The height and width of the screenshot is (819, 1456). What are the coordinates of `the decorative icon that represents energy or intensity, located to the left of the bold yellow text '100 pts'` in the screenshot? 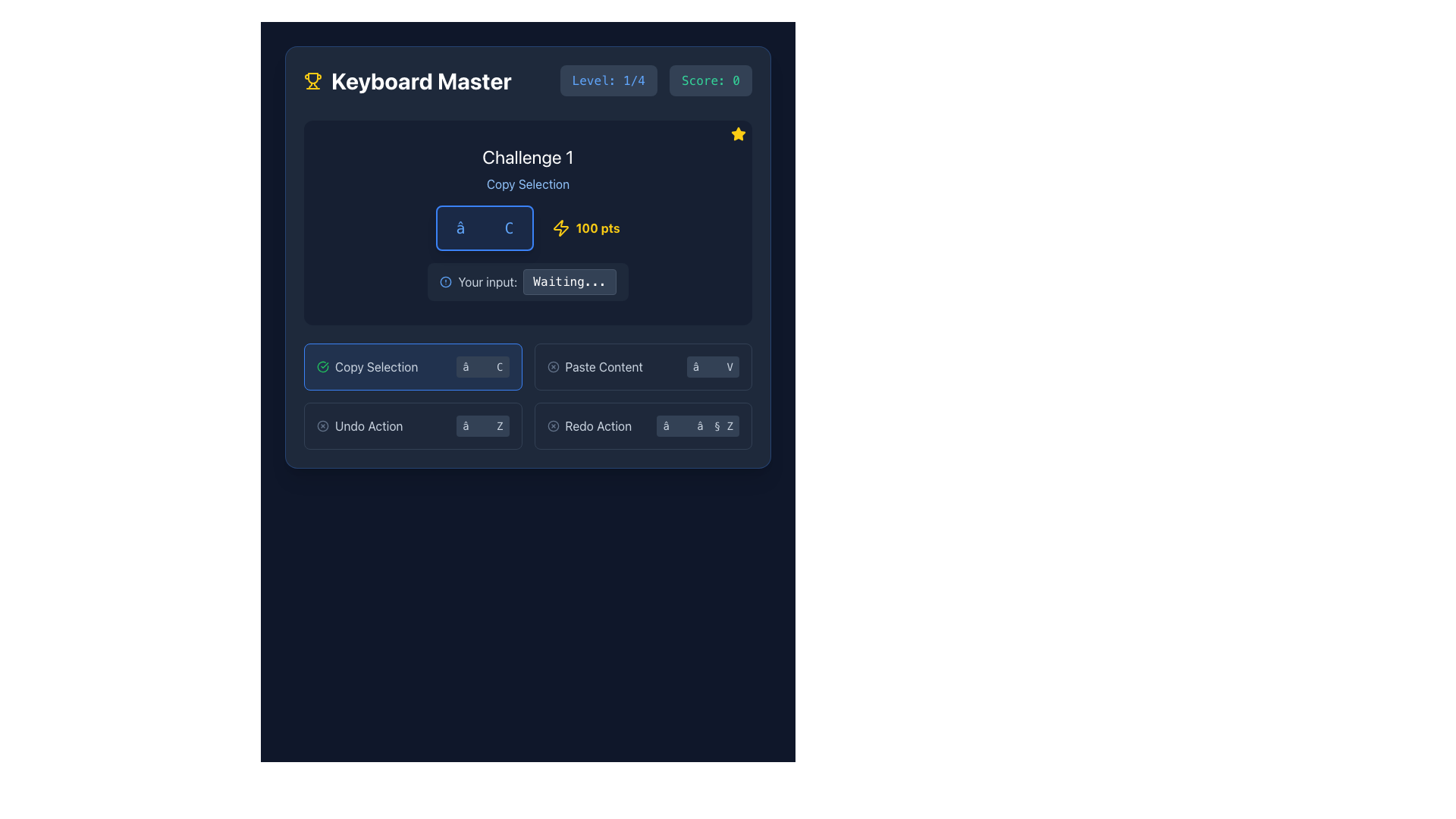 It's located at (560, 227).